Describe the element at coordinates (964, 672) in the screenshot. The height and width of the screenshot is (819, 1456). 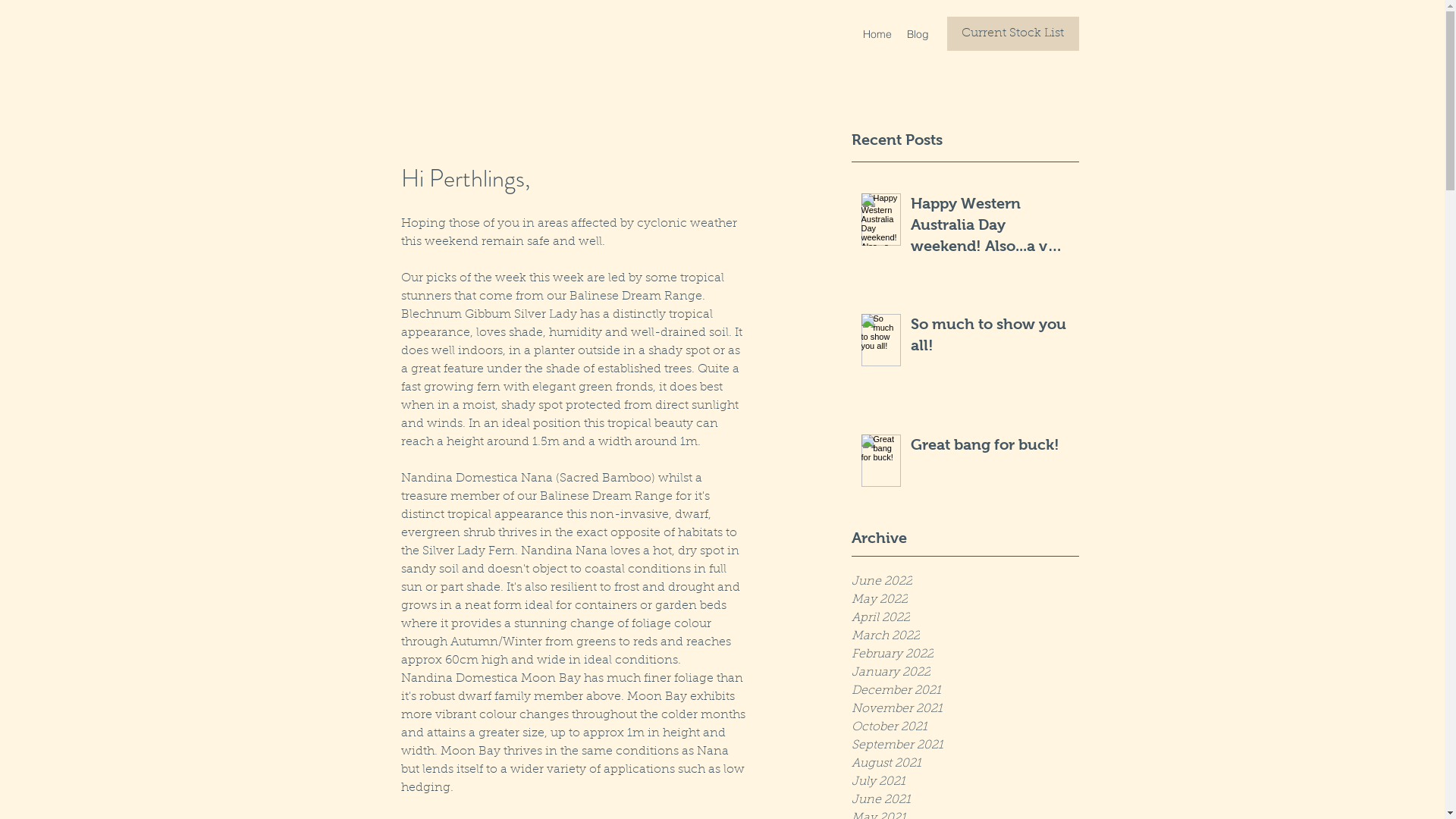
I see `'January 2022'` at that location.